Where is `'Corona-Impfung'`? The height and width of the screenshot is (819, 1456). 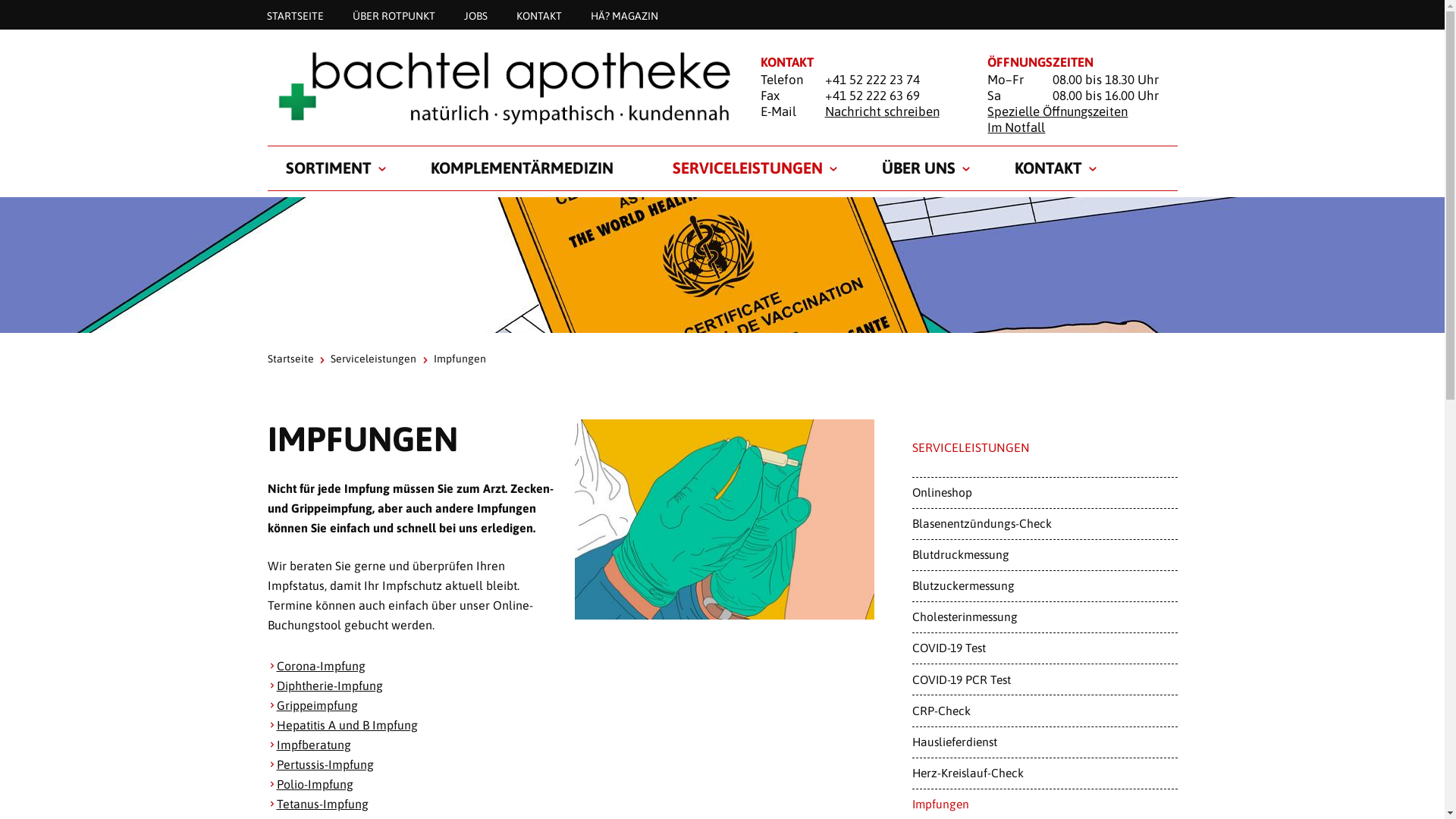
'Corona-Impfung' is located at coordinates (319, 665).